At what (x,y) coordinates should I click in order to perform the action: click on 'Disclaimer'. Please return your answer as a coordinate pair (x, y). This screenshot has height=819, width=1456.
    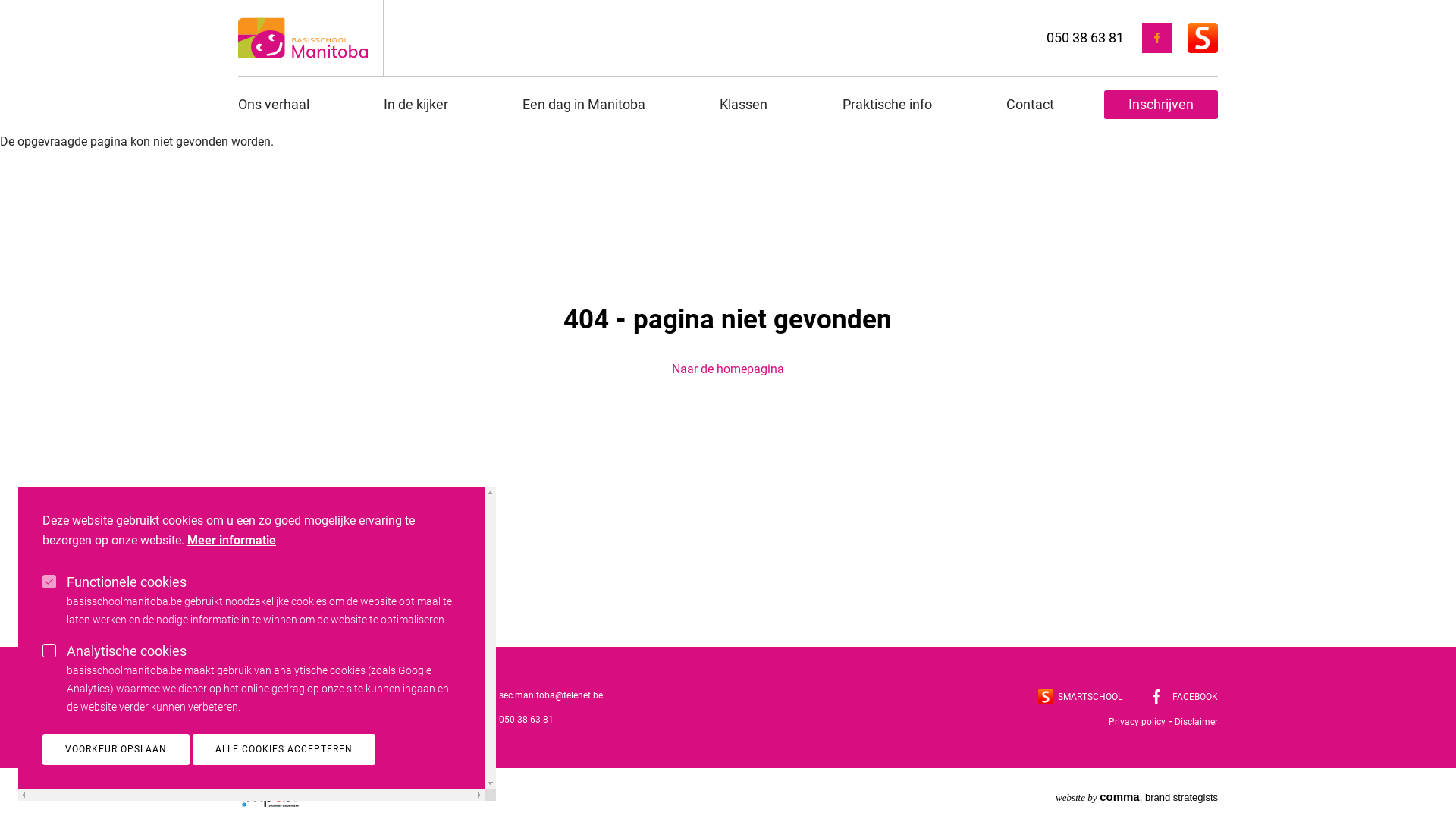
    Looking at the image, I should click on (1195, 721).